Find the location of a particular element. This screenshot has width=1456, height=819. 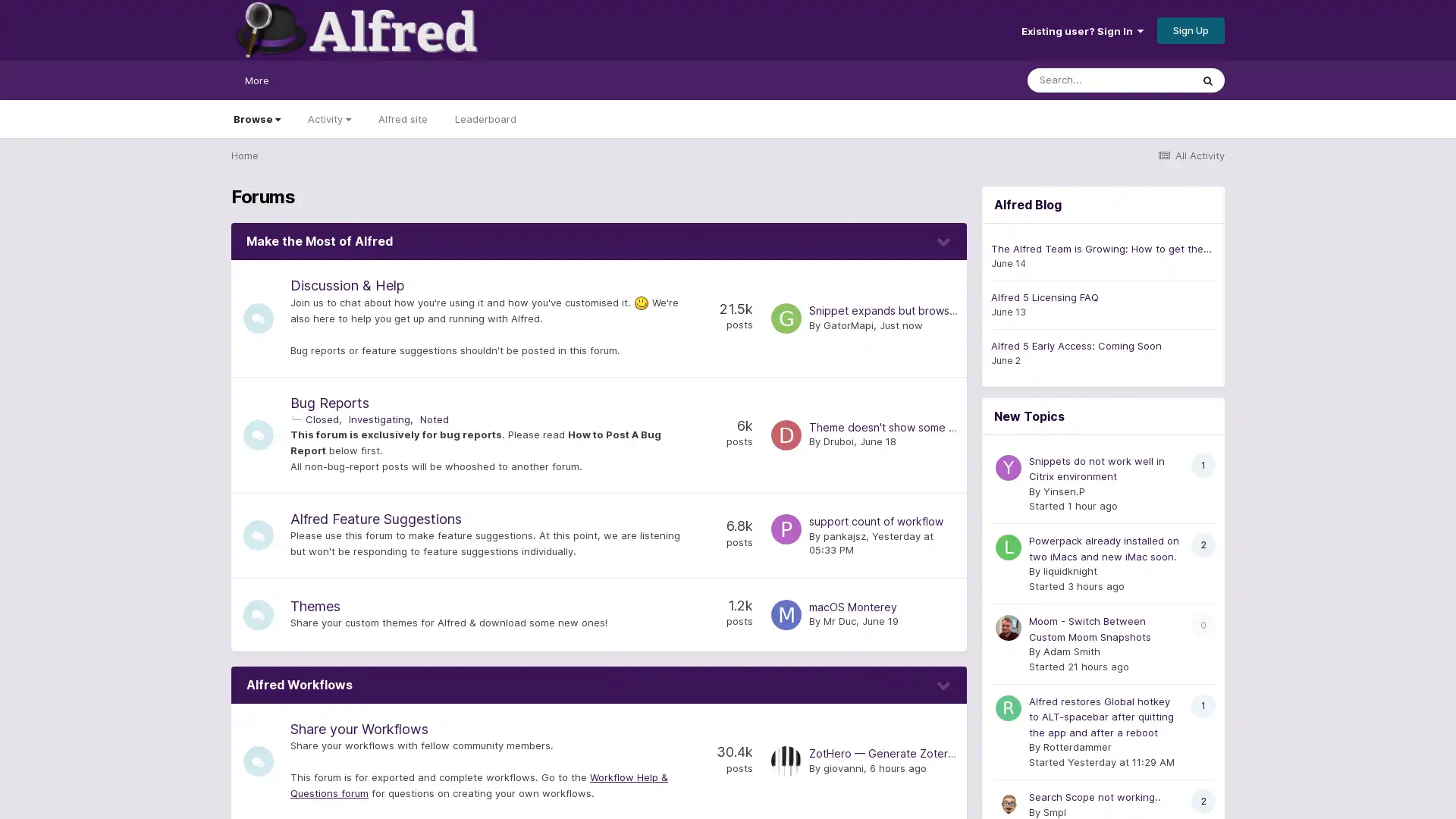

Search is located at coordinates (1207, 80).